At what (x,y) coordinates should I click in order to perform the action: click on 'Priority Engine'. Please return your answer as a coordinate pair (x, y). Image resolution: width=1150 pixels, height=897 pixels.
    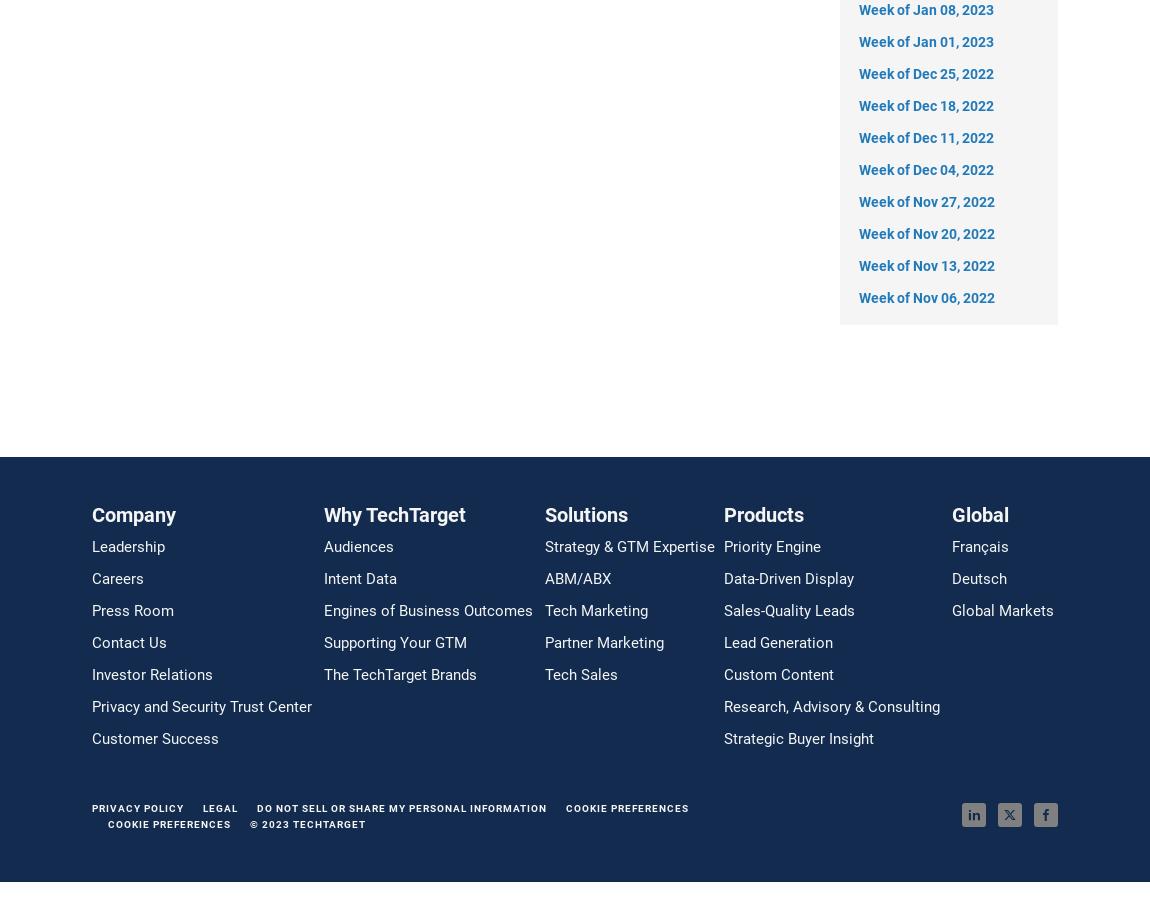
    Looking at the image, I should click on (771, 546).